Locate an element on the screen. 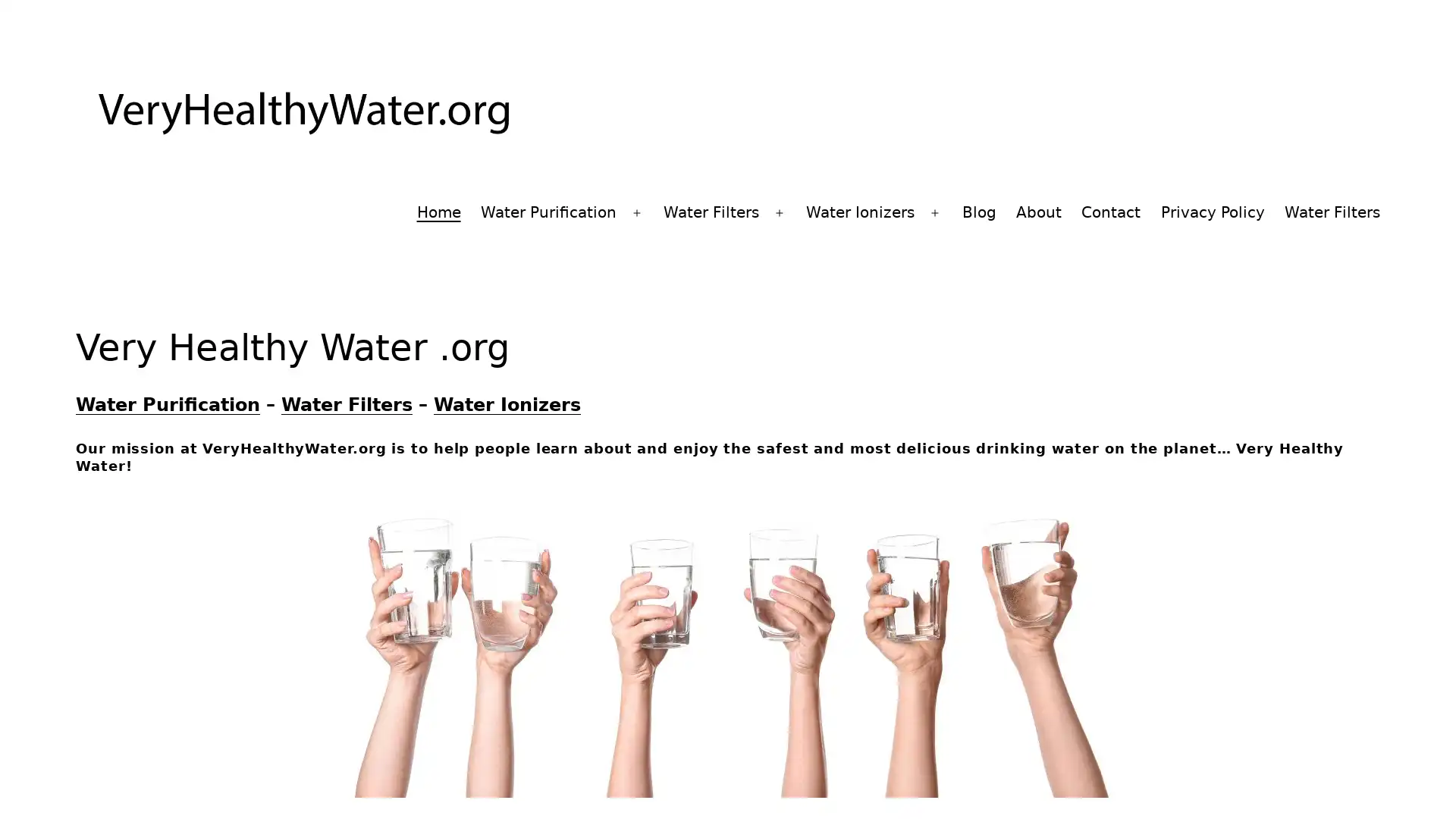 The width and height of the screenshot is (1456, 819). Open menu is located at coordinates (934, 213).